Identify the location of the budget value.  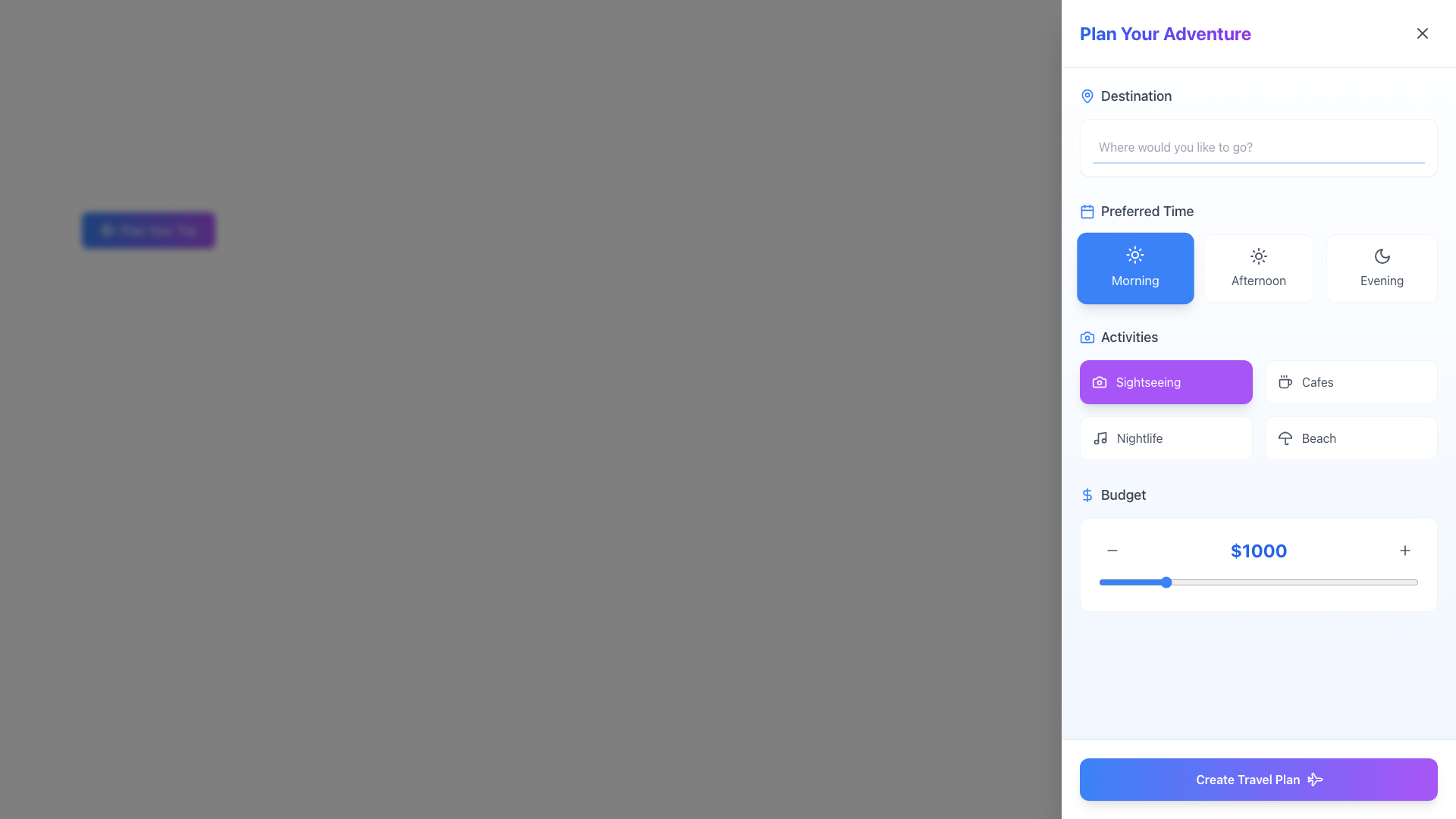
(1284, 581).